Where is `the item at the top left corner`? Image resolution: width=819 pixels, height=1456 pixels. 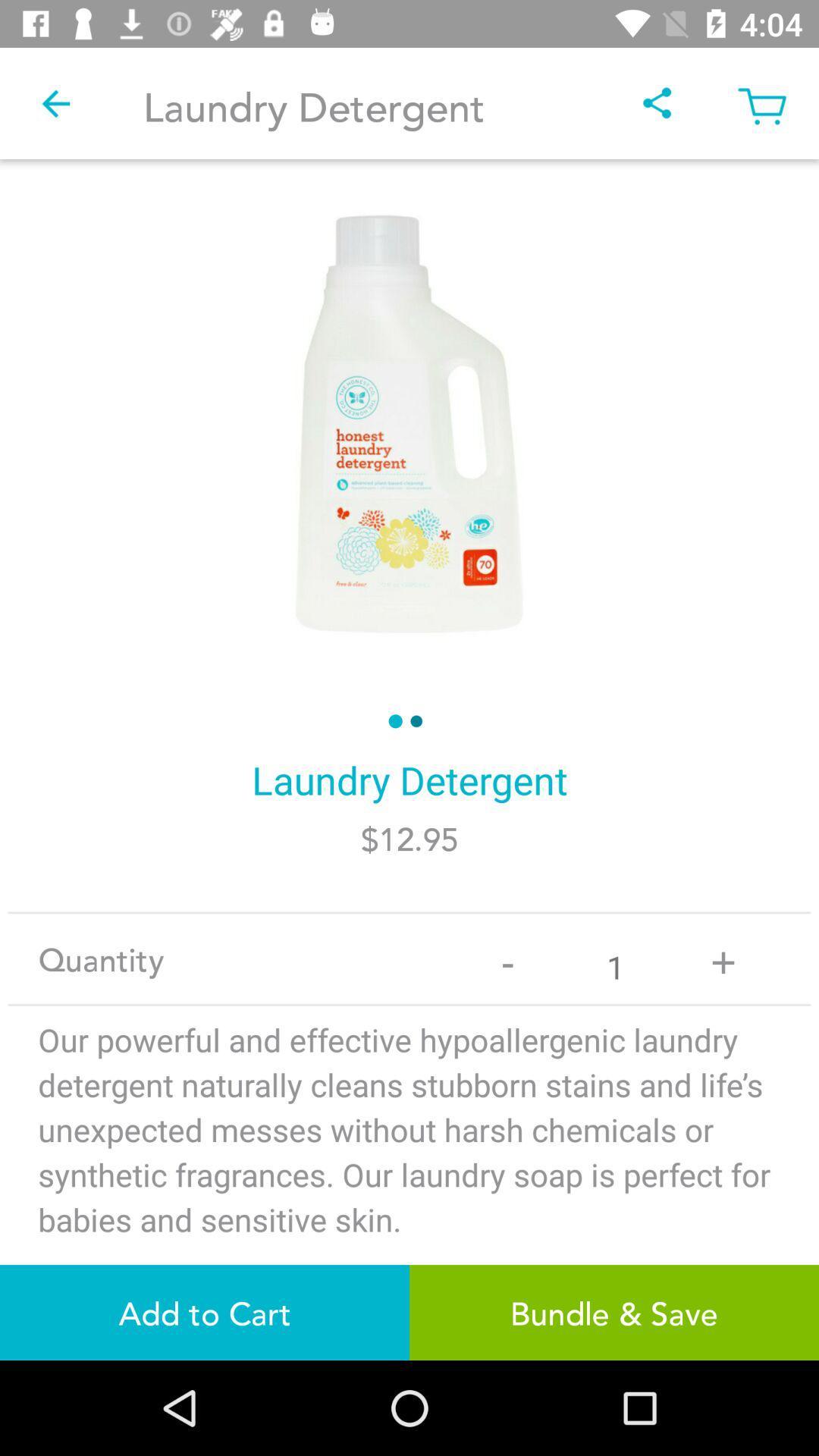
the item at the top left corner is located at coordinates (55, 102).